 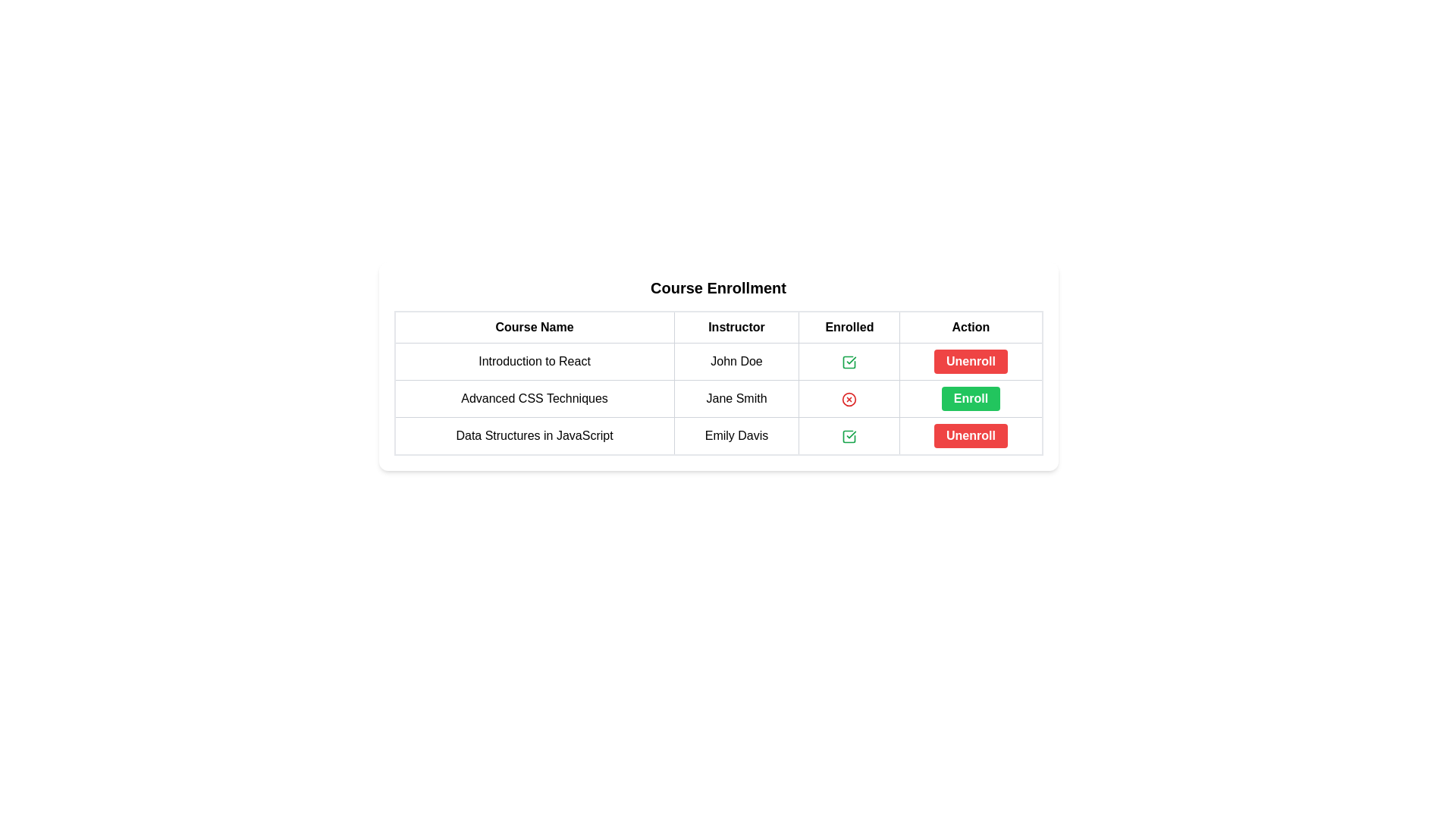 What do you see at coordinates (971, 362) in the screenshot?
I see `the unenroll button located in the 'Action' column of the course enrollment table, corresponding to the 'Introduction to React' course taught by 'John Doe', to initiate the unenrollment process` at bounding box center [971, 362].